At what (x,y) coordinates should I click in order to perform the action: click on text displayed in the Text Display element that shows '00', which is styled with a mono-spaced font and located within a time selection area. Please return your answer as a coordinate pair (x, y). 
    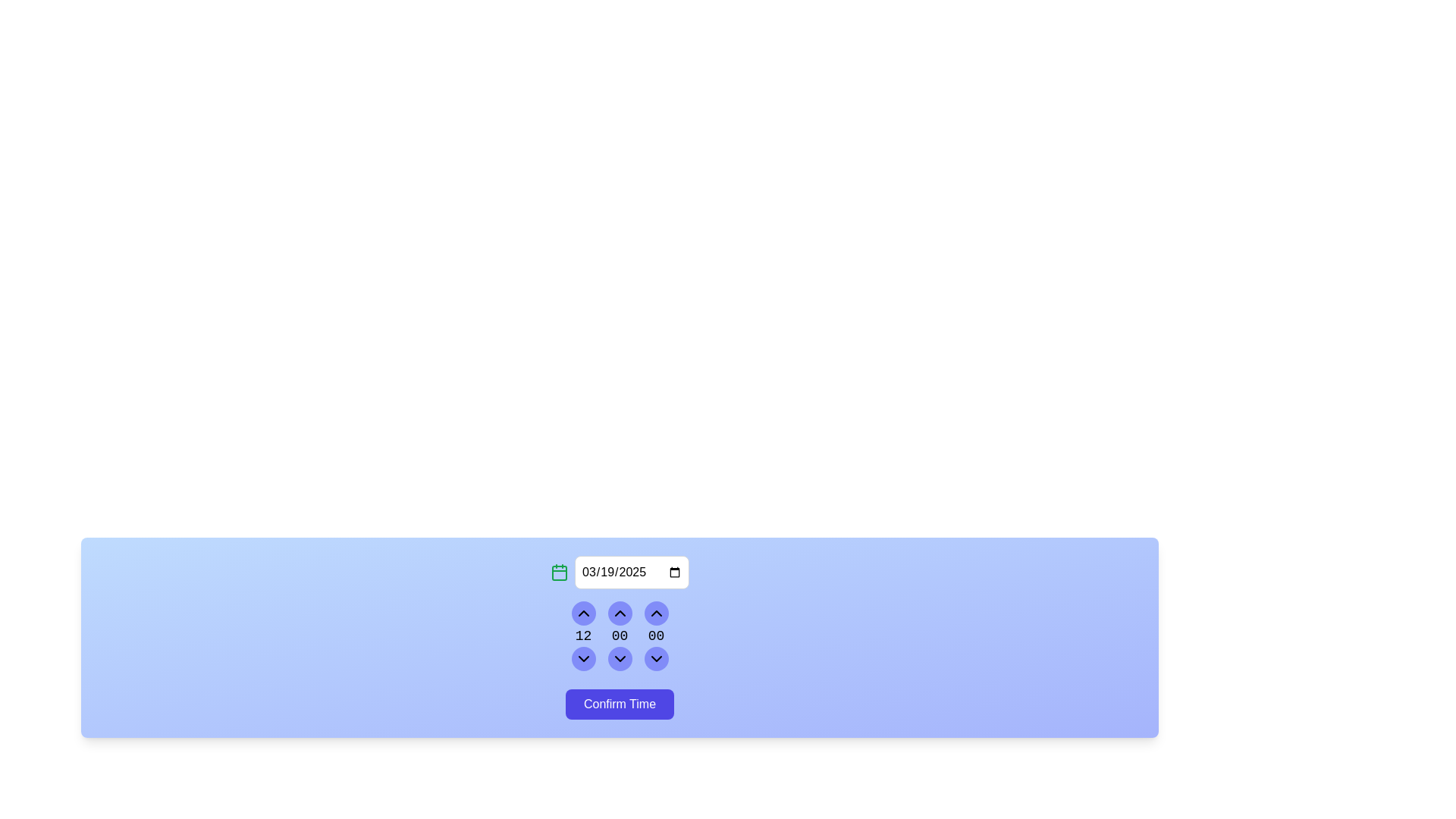
    Looking at the image, I should click on (656, 636).